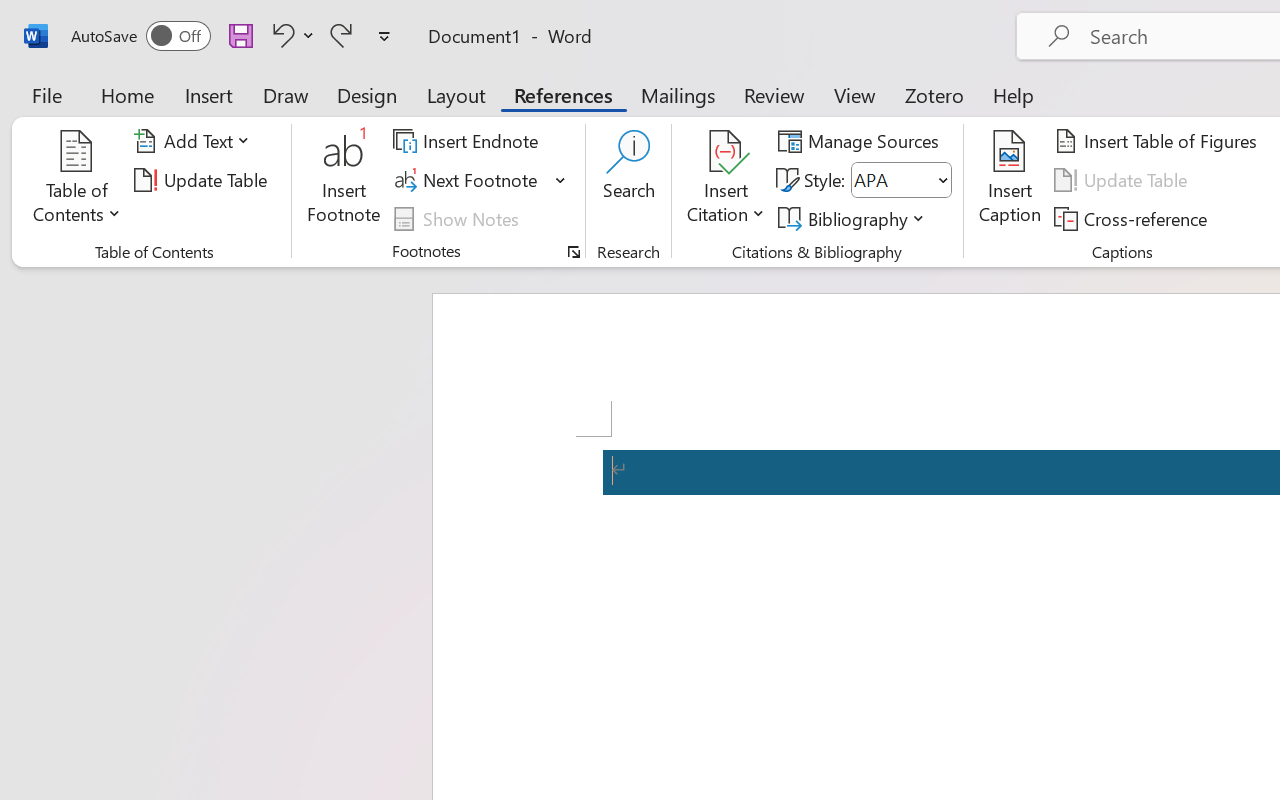 The height and width of the screenshot is (800, 1280). Describe the element at coordinates (891, 178) in the screenshot. I see `'Style'` at that location.